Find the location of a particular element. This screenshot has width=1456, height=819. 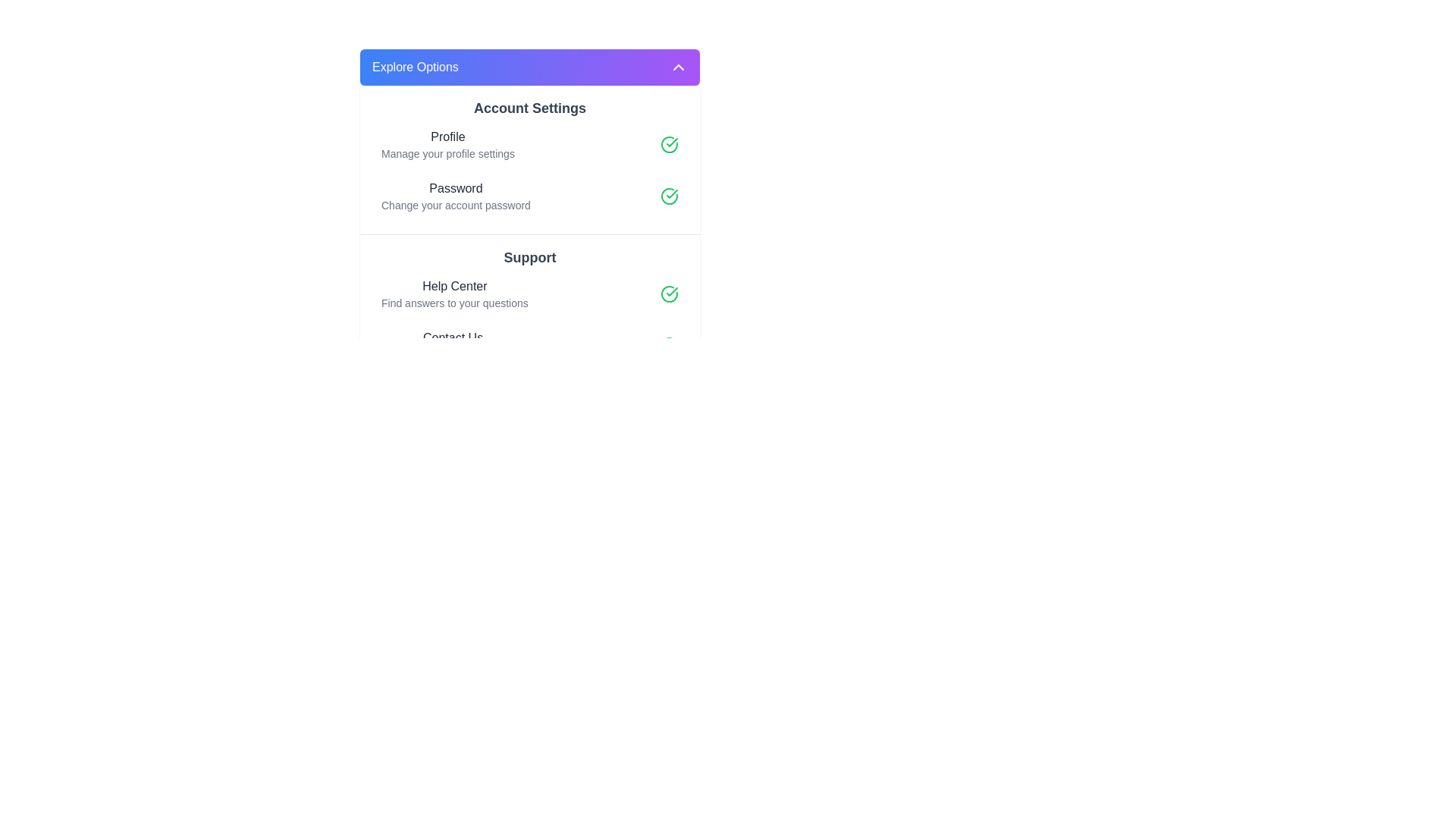

the SVG-based icon representing a circle with a checkmark, located near the top-right of the 'Contact Us' section in the 'Support' category is located at coordinates (669, 345).